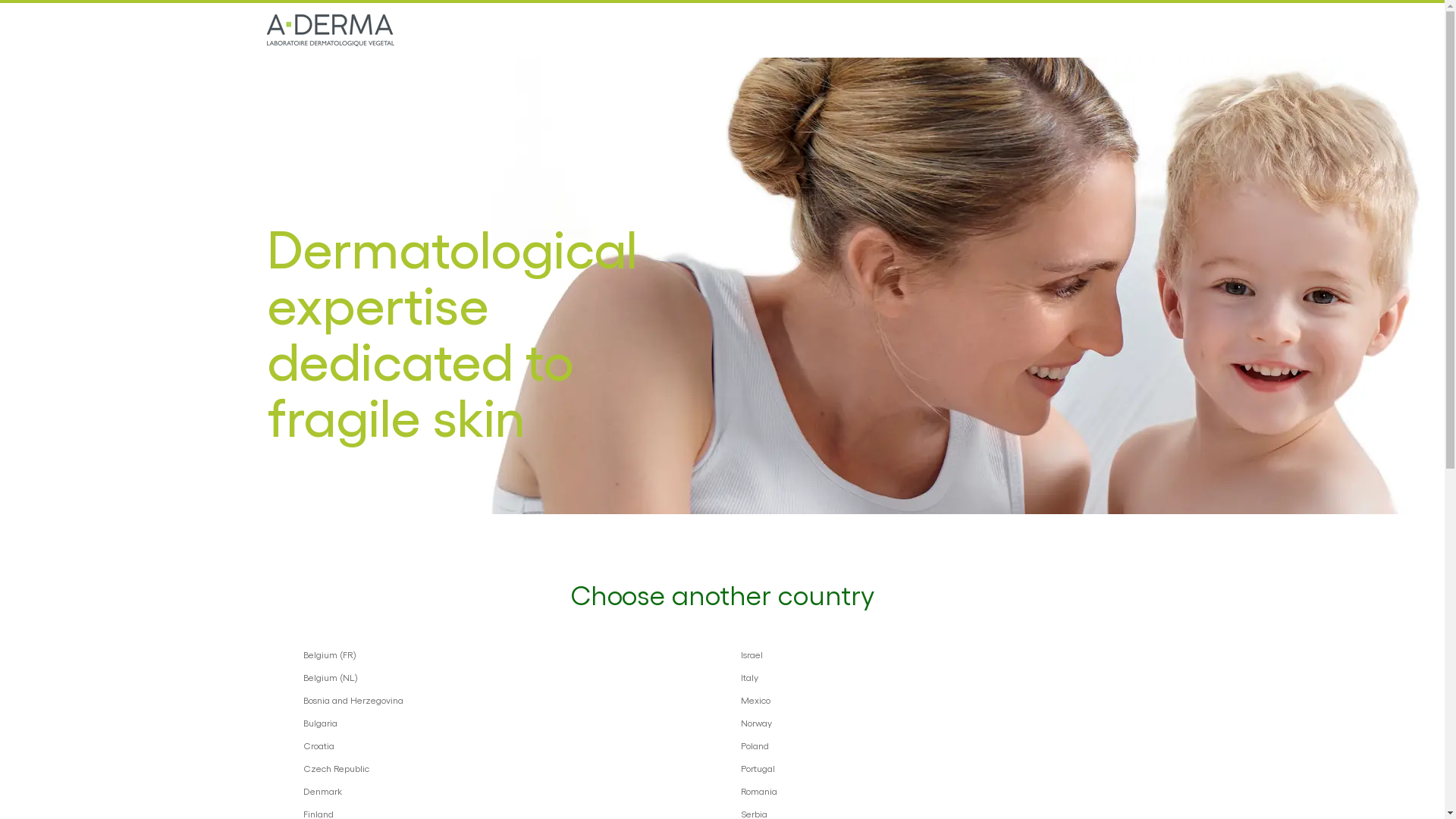 This screenshot has height=819, width=1456. Describe the element at coordinates (504, 721) in the screenshot. I see `'Bulgaria'` at that location.